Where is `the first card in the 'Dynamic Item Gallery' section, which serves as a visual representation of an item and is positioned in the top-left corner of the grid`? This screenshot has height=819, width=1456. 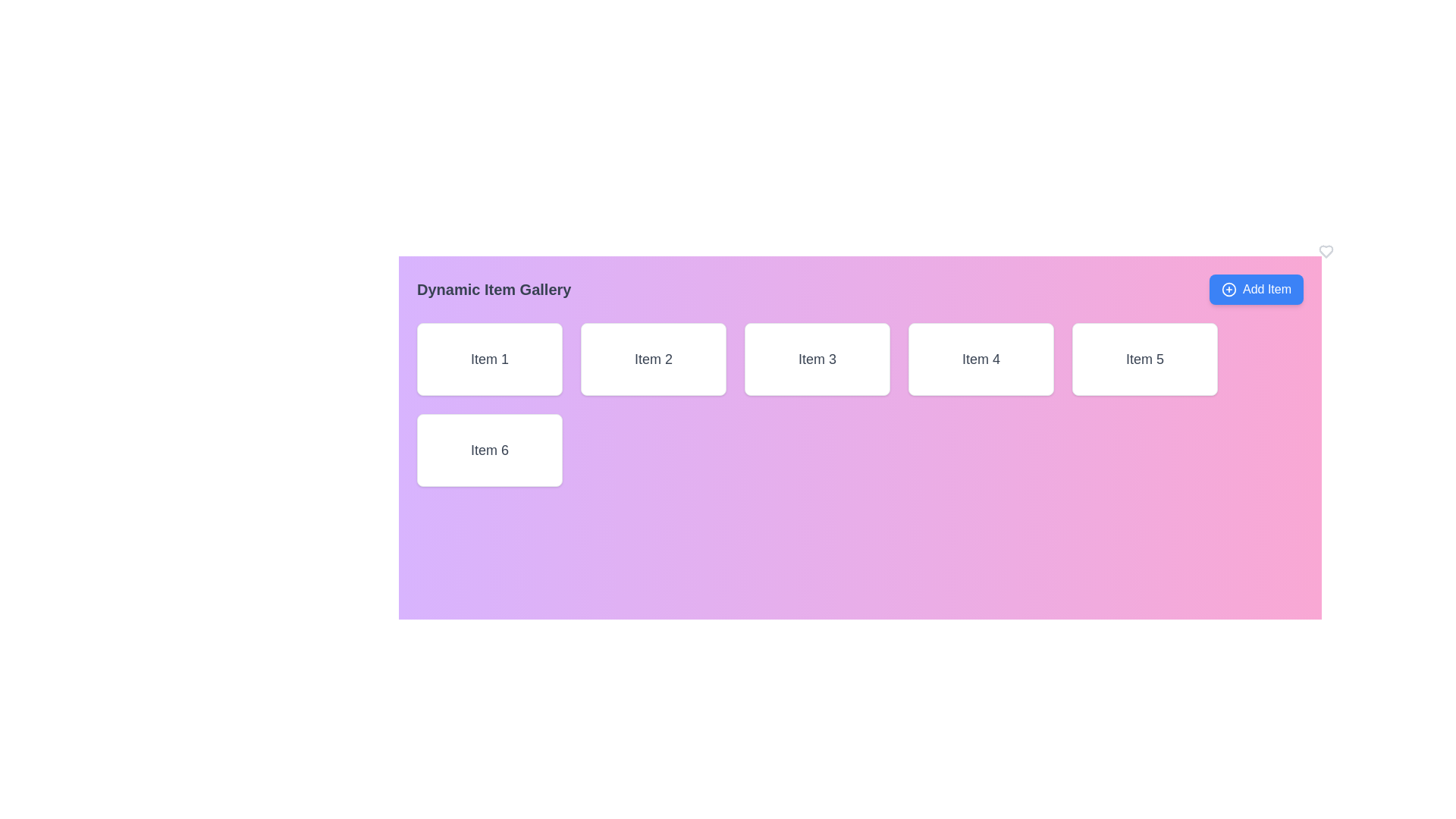 the first card in the 'Dynamic Item Gallery' section, which serves as a visual representation of an item and is positioned in the top-left corner of the grid is located at coordinates (490, 359).